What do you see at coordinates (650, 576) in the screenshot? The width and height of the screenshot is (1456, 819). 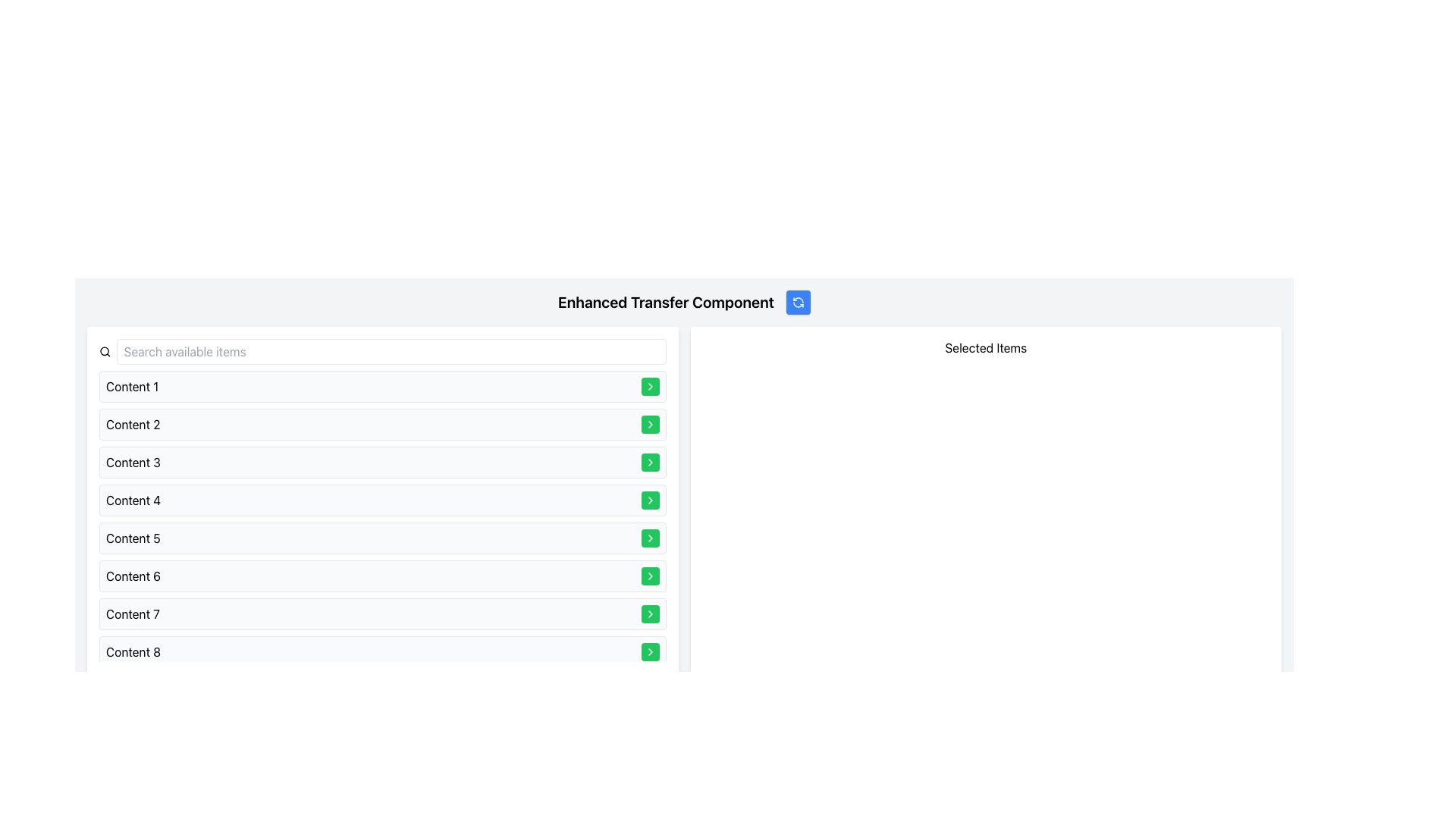 I see `the button located at the far-right of the 'Content 6' row` at bounding box center [650, 576].